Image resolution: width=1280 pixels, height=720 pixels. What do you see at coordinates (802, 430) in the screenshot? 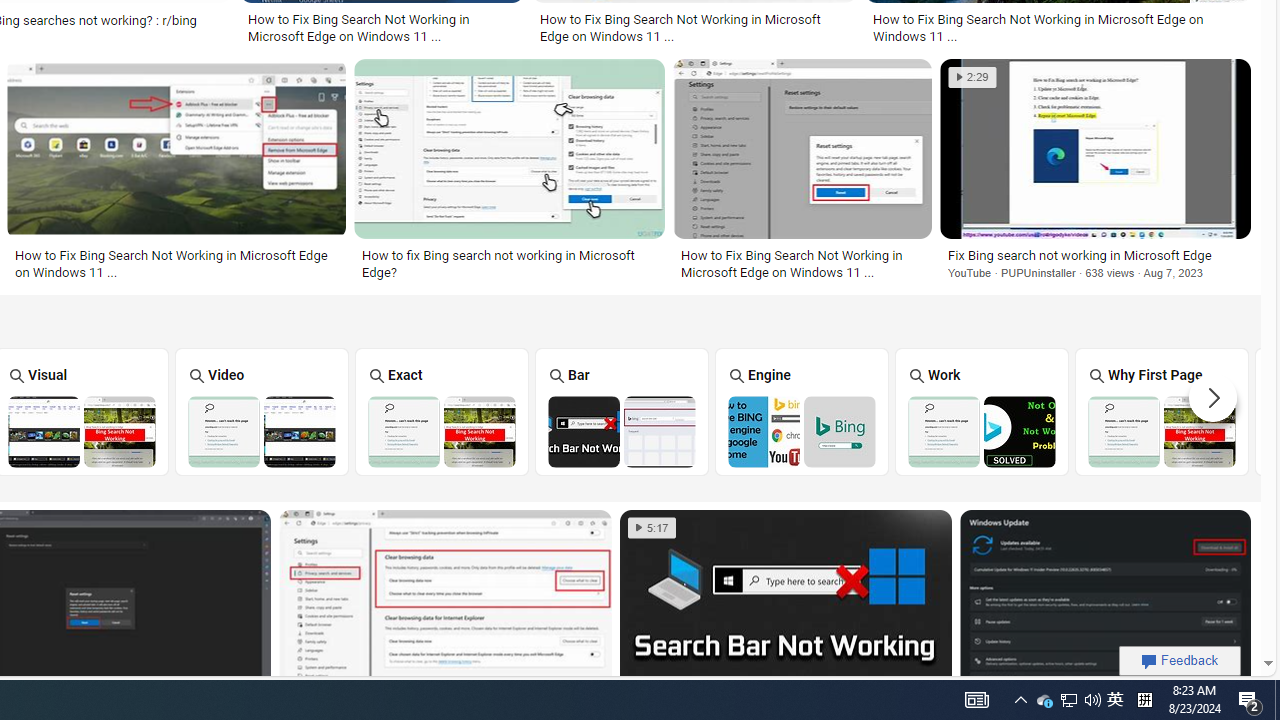
I see `'Bing Search Engine Not Working'` at bounding box center [802, 430].